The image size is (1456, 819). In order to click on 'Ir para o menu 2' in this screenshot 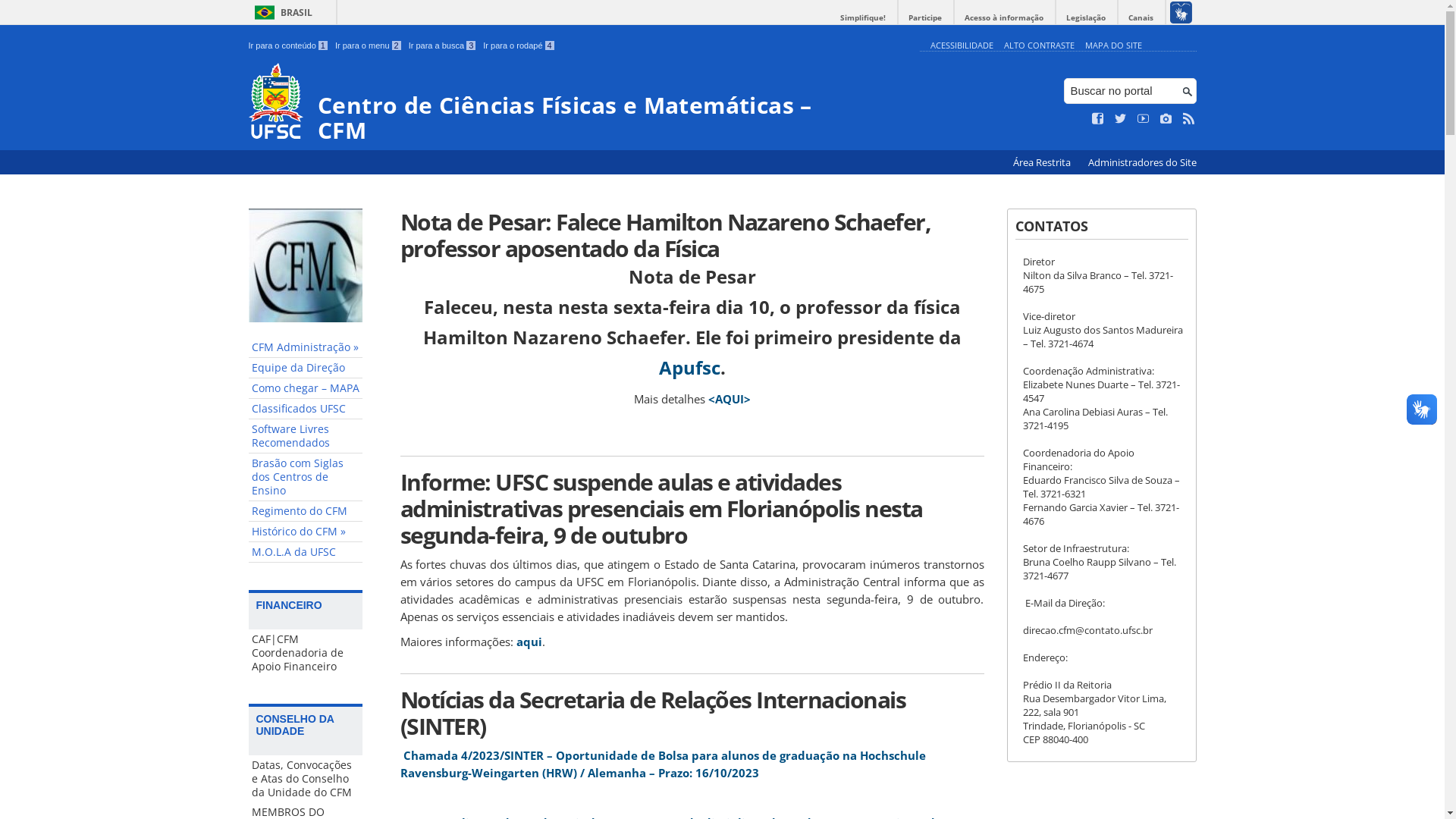, I will do `click(368, 45)`.